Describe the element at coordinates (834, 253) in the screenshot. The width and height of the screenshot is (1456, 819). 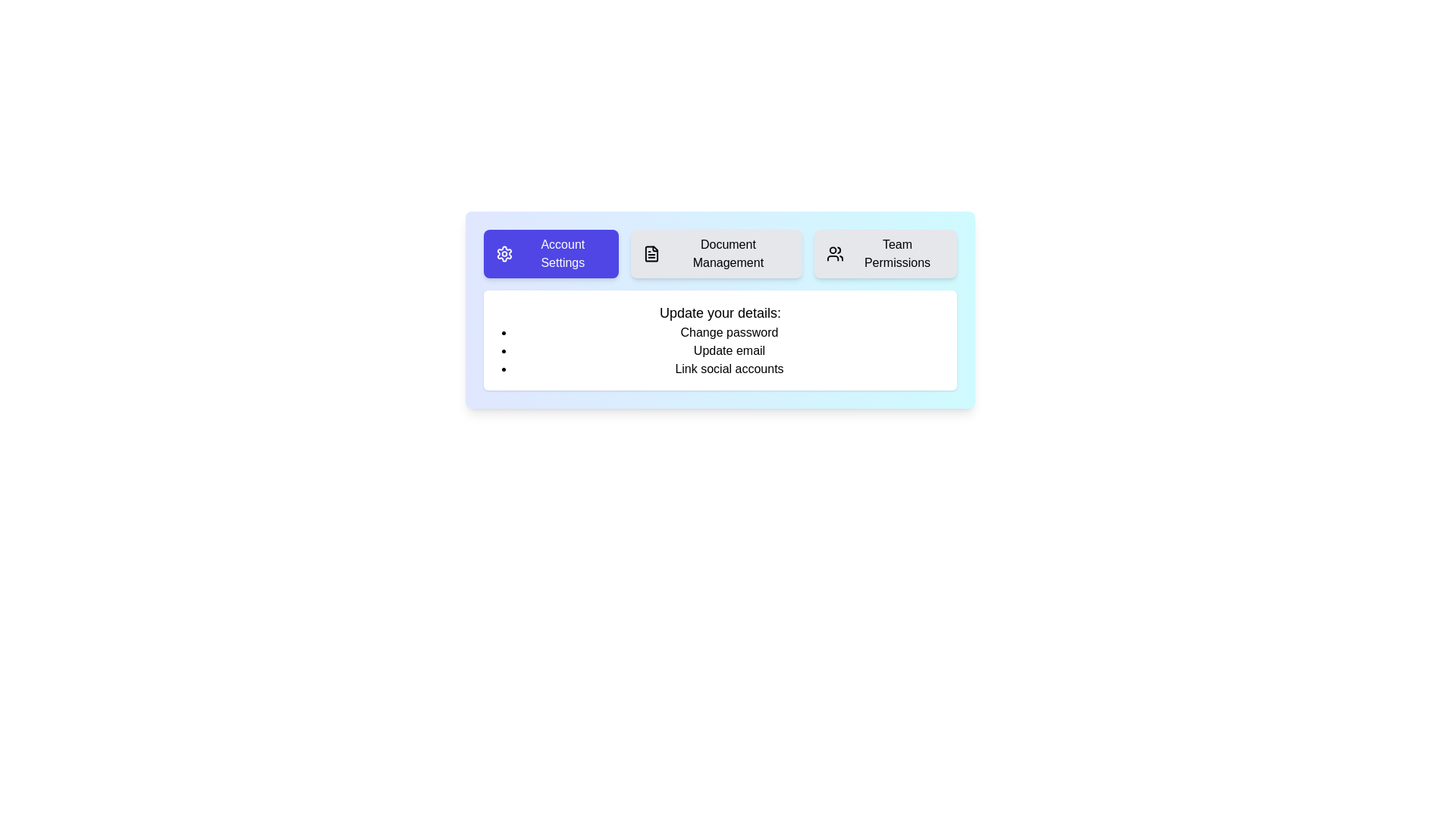
I see `the 'Team Permissions' button located in the horizontal navigation bar` at that location.